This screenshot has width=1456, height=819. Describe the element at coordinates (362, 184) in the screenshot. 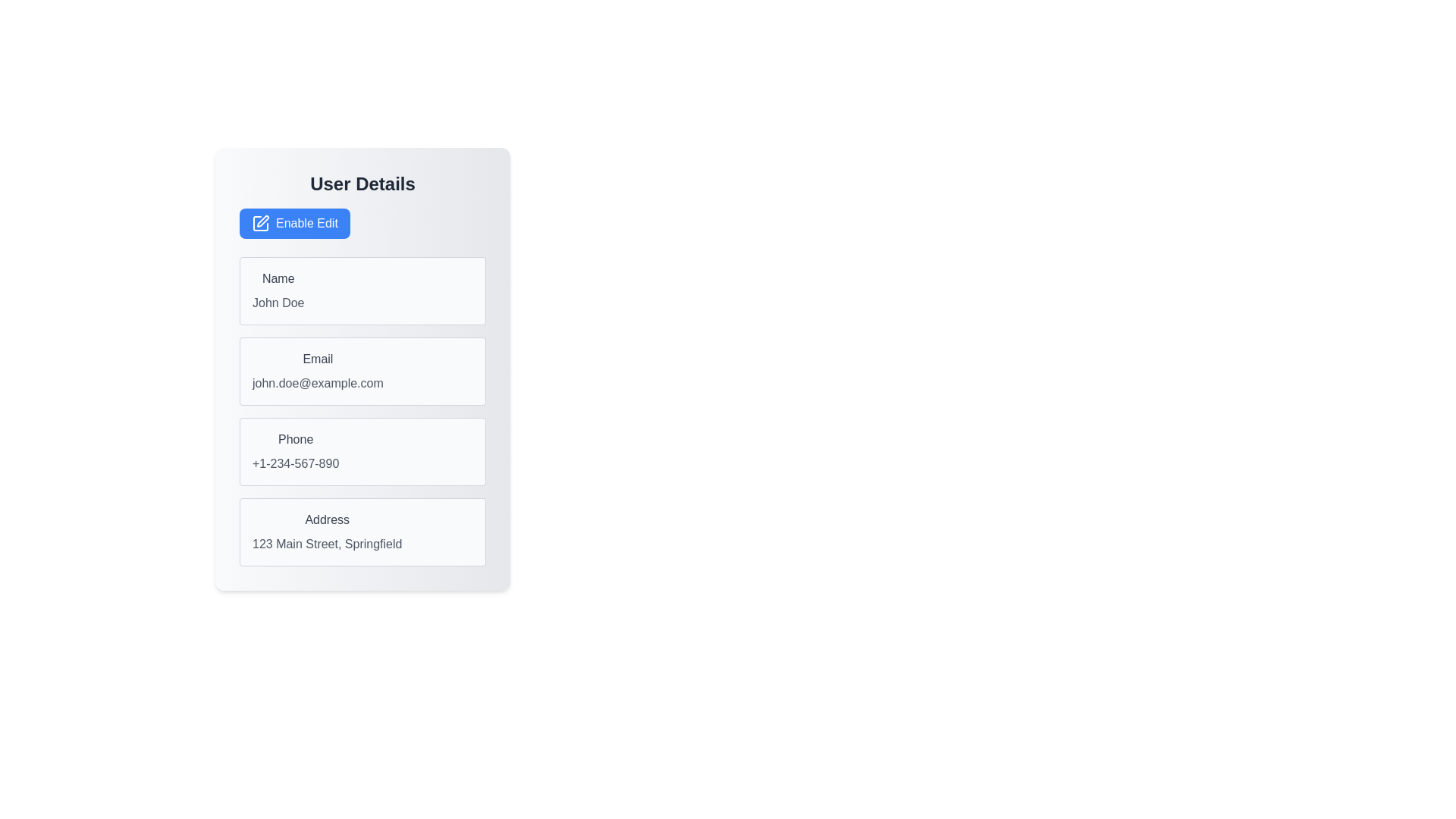

I see `the 'User Details' text header, which is prominently displayed in a bold, large font at the top of the user information panel` at that location.